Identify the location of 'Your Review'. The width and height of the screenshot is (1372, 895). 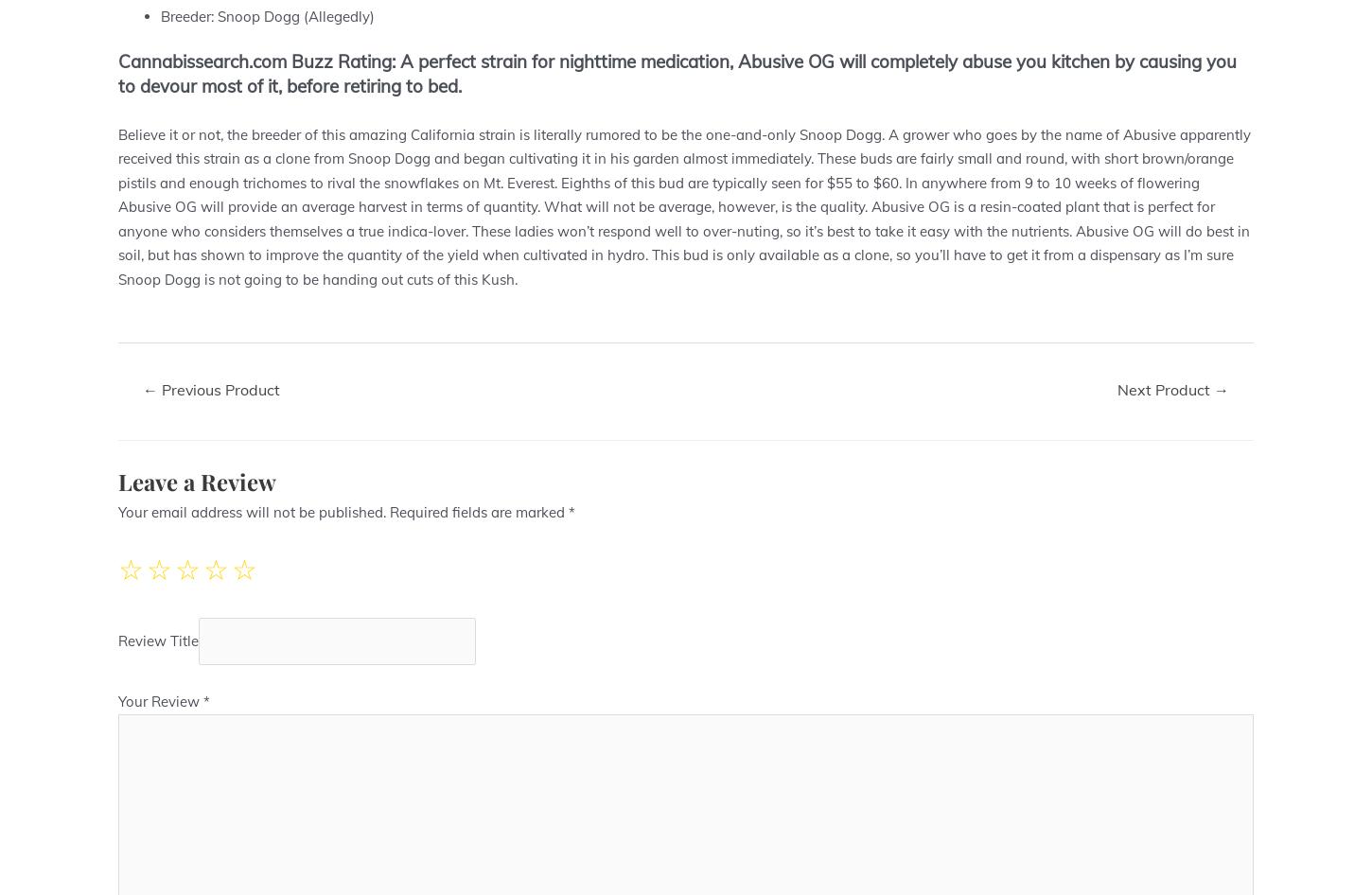
(159, 700).